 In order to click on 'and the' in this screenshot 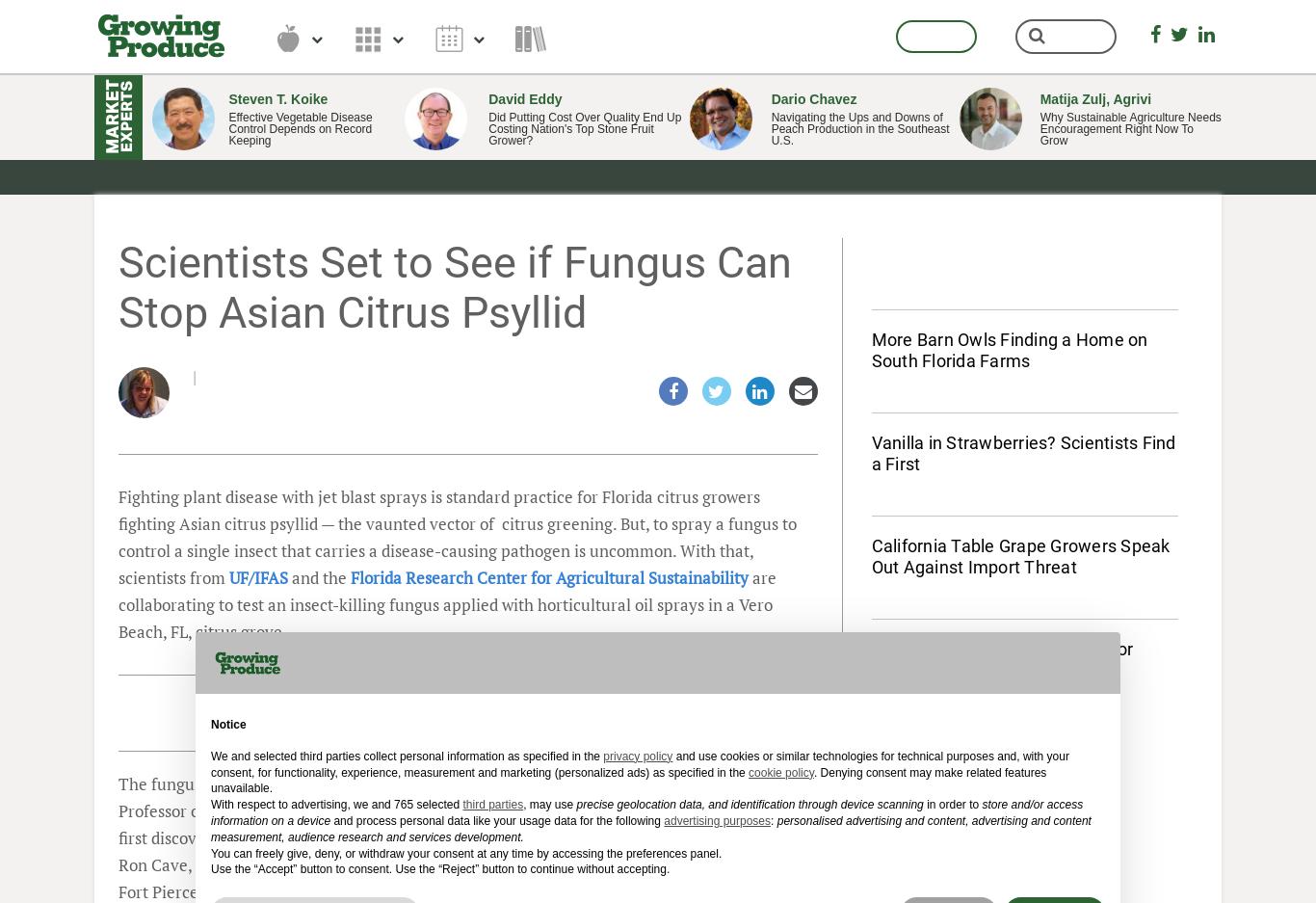, I will do `click(319, 576)`.